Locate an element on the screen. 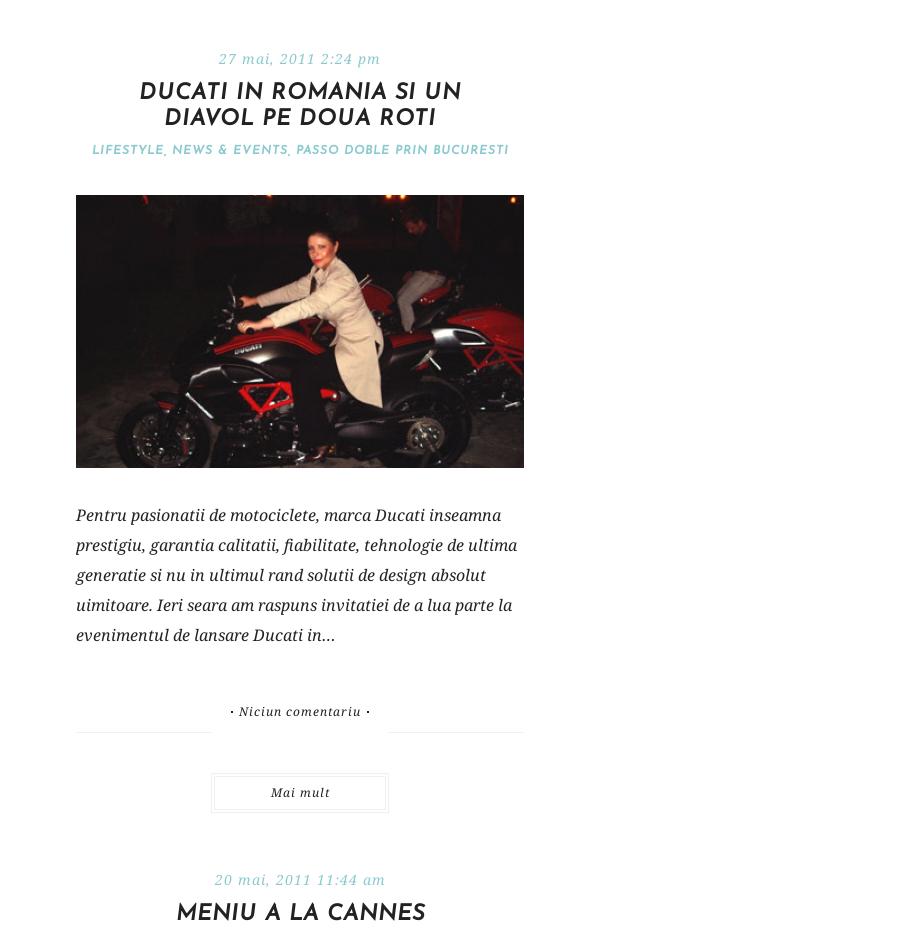 Image resolution: width=900 pixels, height=939 pixels. 'Niciun comentariu' is located at coordinates (298, 710).